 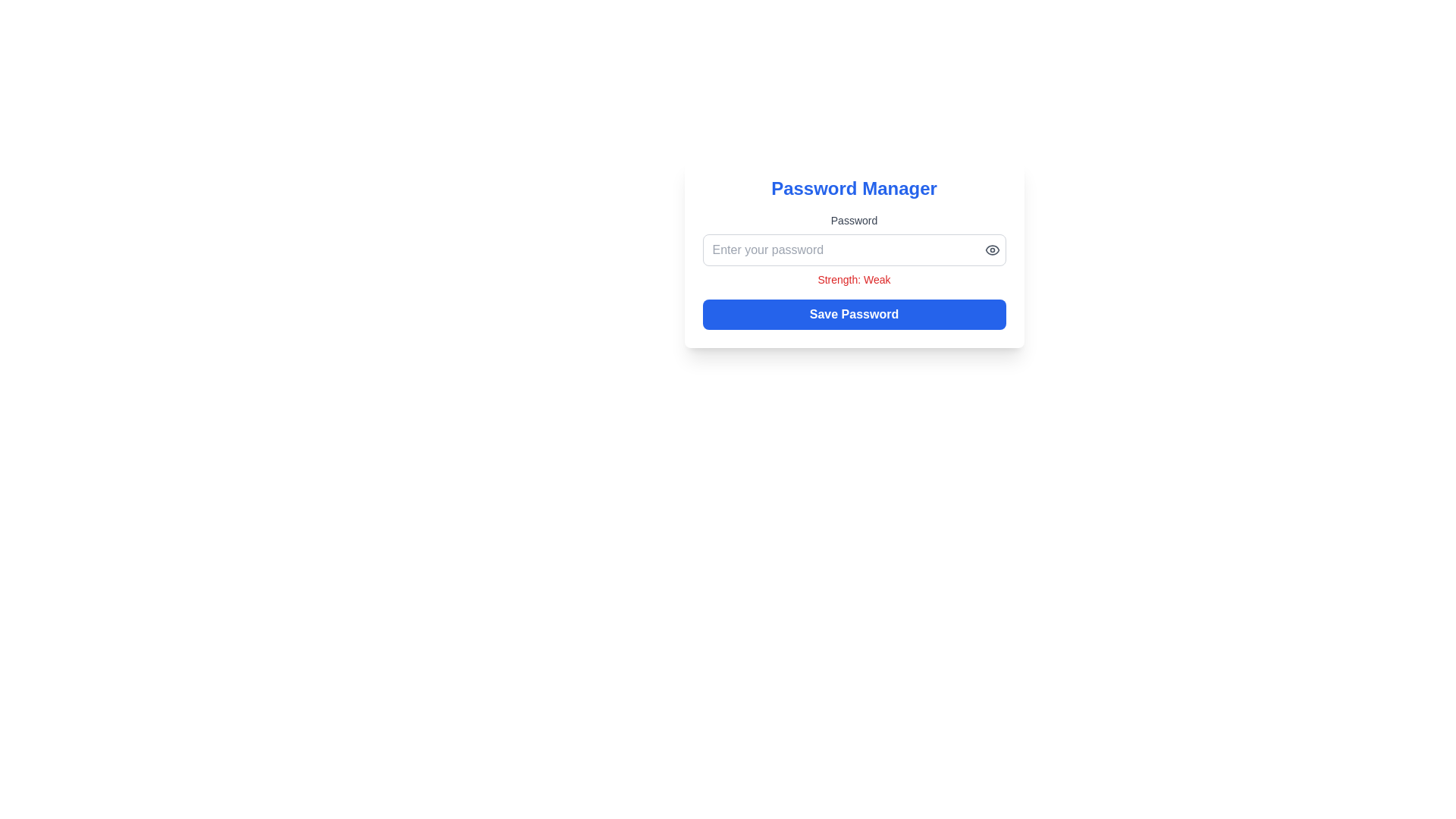 What do you see at coordinates (992, 249) in the screenshot?
I see `the semi-oval stroke element that is part of the eye icon located near the right side of the 'Password' input field` at bounding box center [992, 249].